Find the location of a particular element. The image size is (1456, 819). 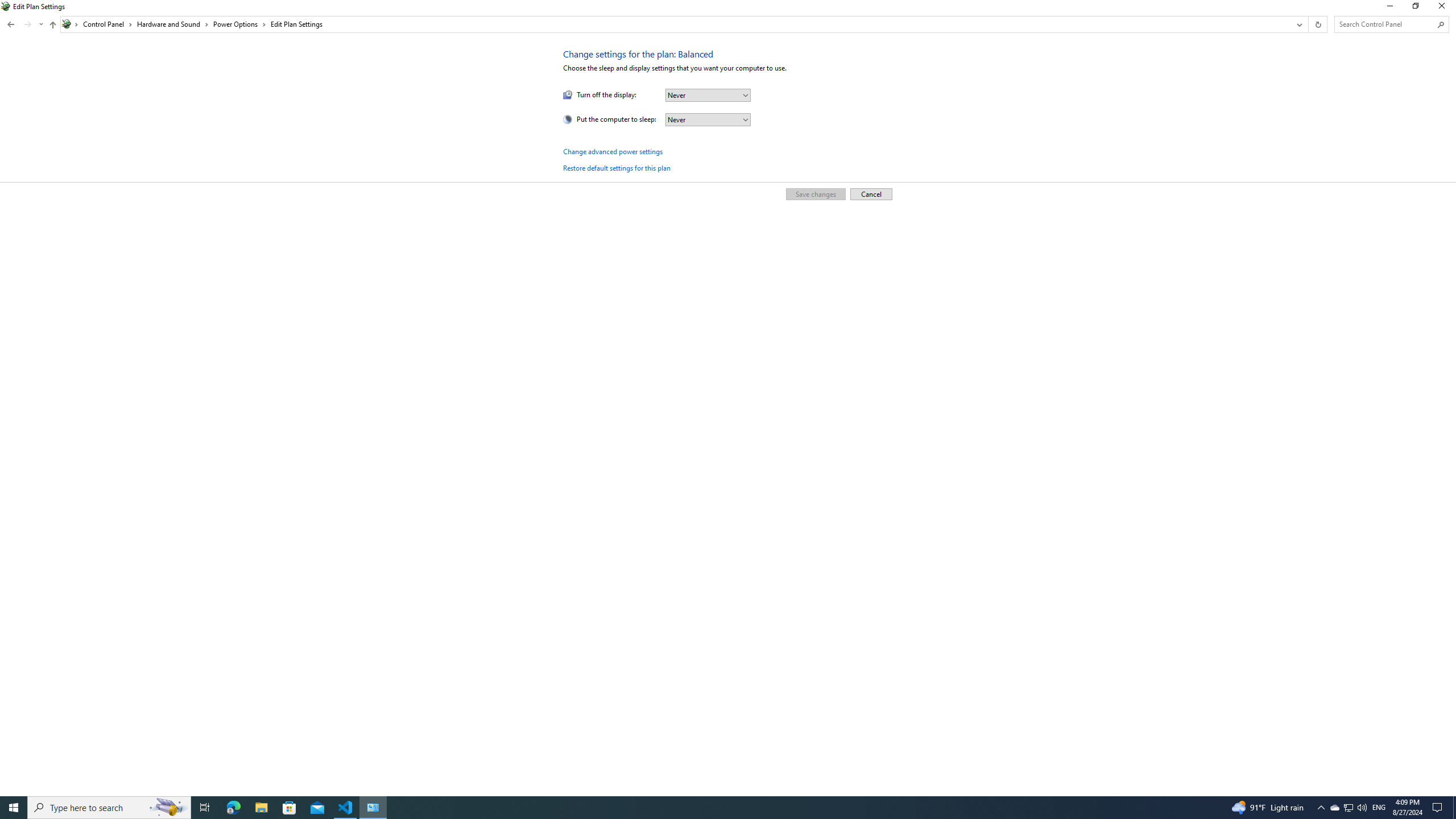

'Search' is located at coordinates (1441, 24).